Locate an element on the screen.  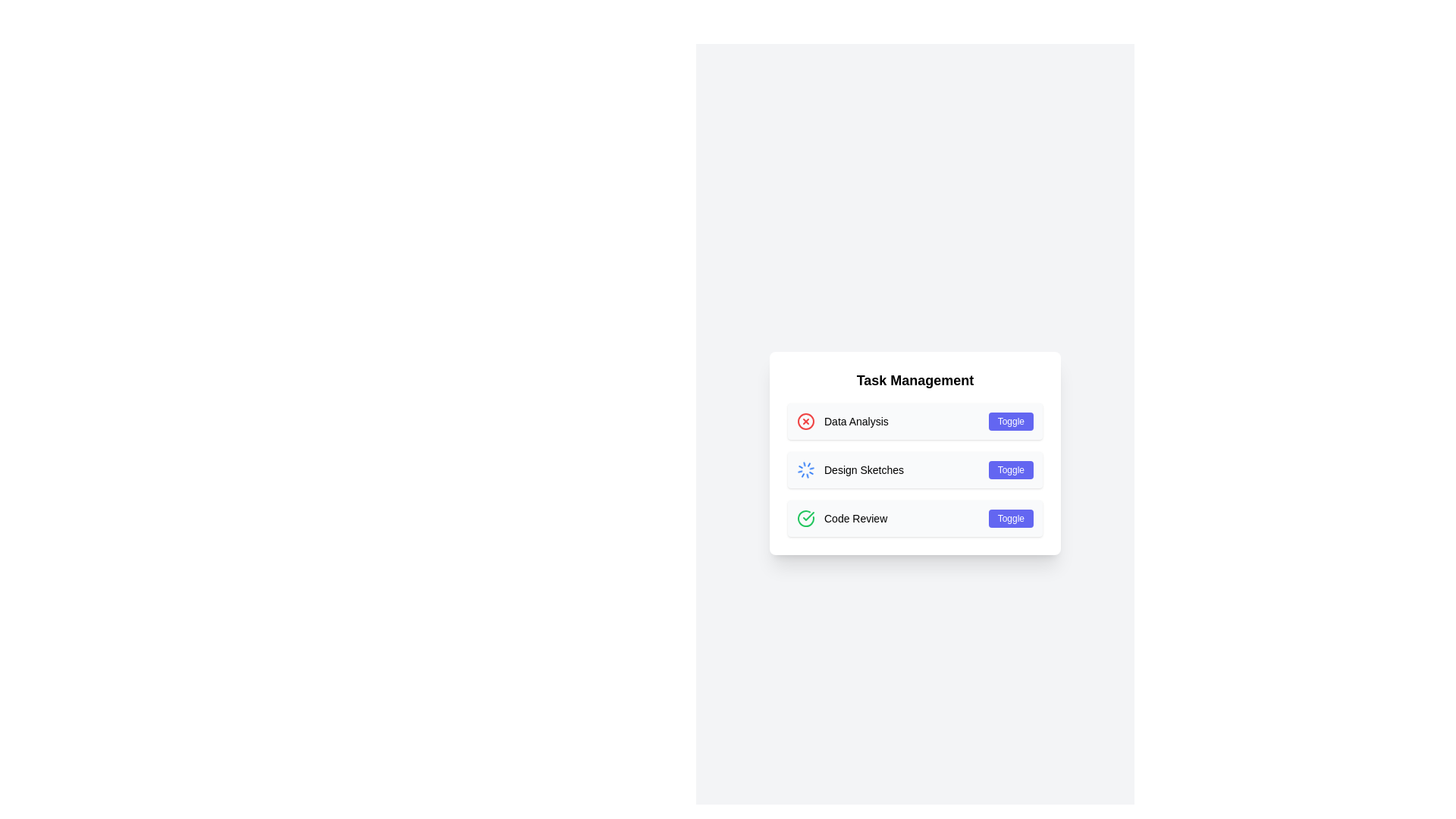
the 'Code Review' text label, which is styled in a small font and located to the right of a green check icon in the task management interface is located at coordinates (855, 517).